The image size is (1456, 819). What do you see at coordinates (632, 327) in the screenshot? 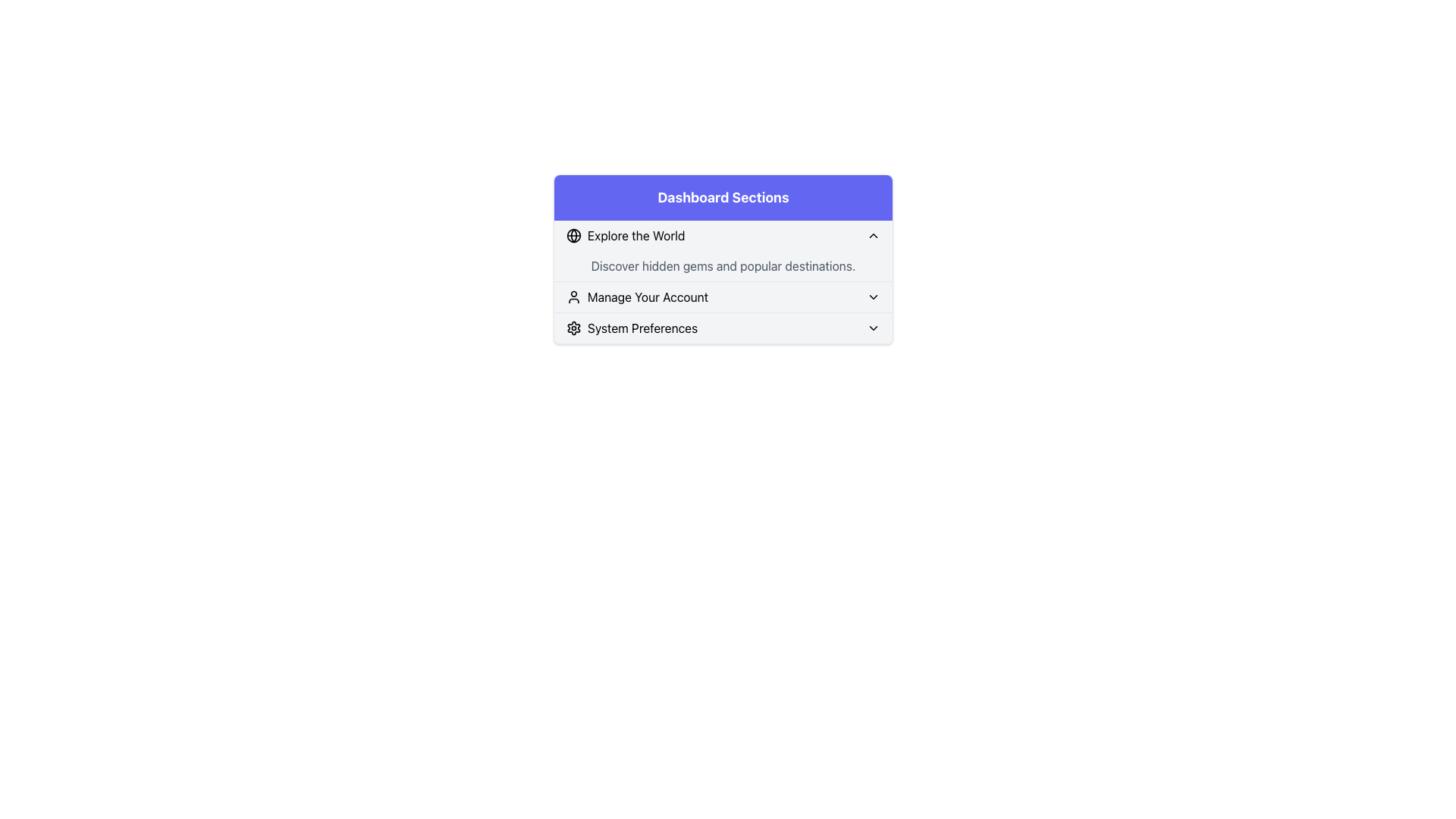
I see `the 'System Preferences' button, which features a gear icon and is the third option in the 'Dashboard Sections' list` at bounding box center [632, 327].